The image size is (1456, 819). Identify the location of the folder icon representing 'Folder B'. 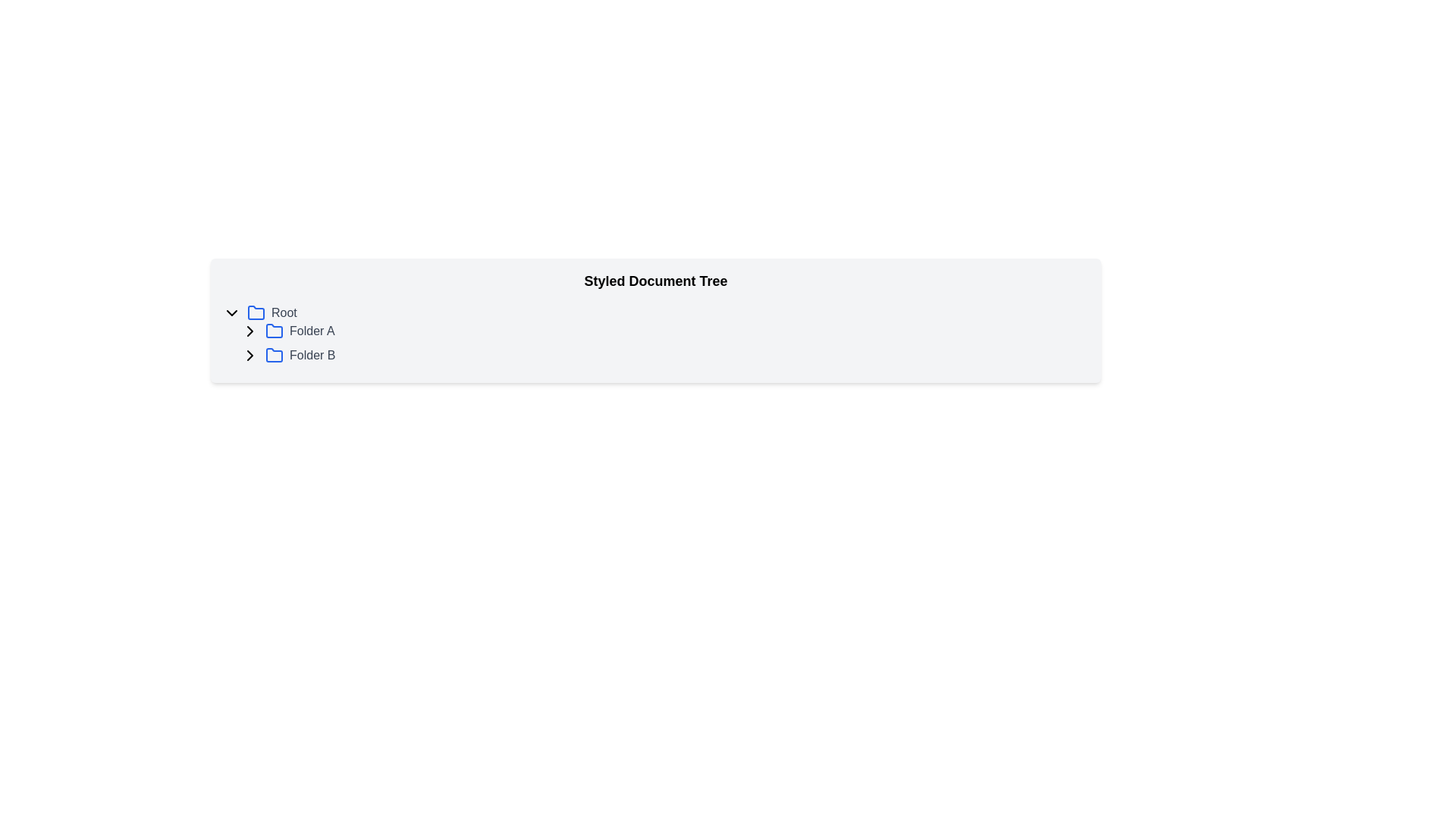
(274, 355).